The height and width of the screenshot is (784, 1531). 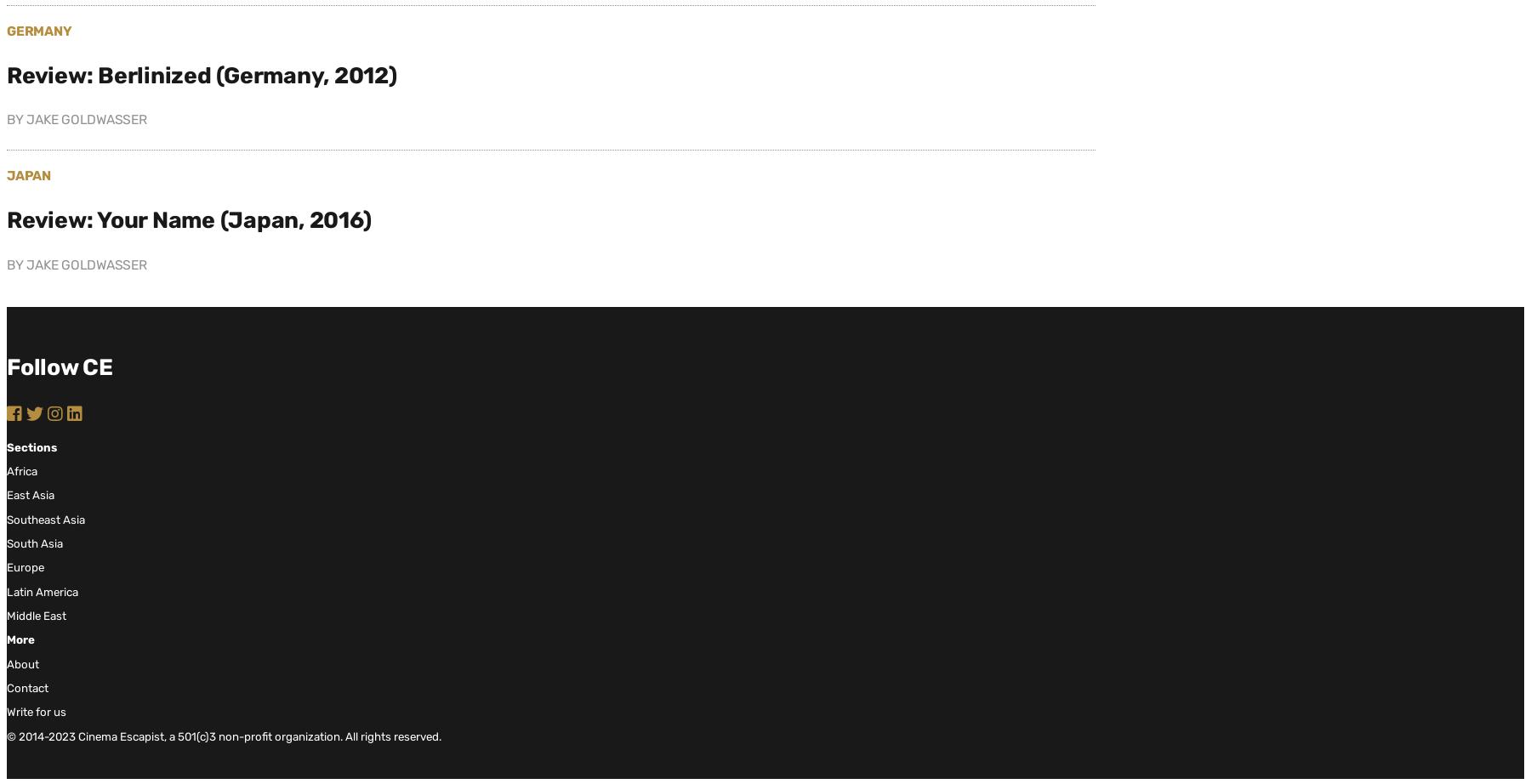 I want to click on 'South Asia', so click(x=5, y=543).